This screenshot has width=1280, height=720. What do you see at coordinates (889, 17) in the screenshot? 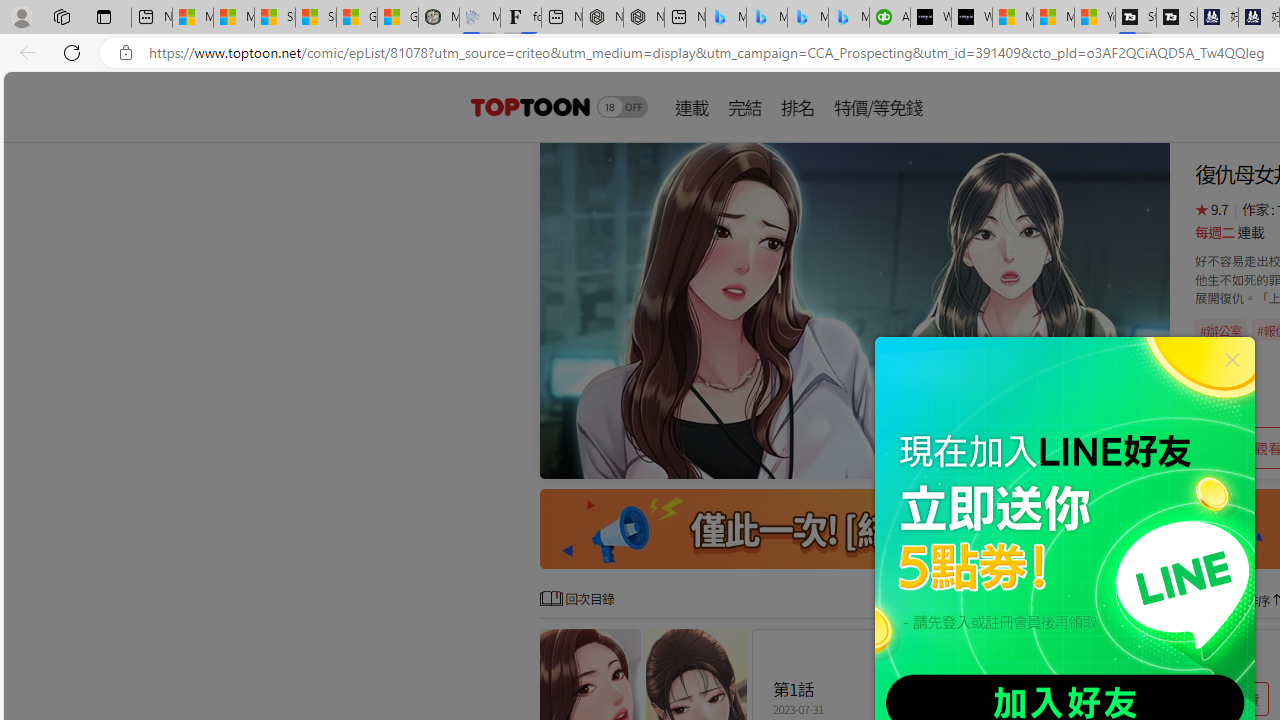
I see `'Accounting Software for Accountants, CPAs and Bookkeepers'` at bounding box center [889, 17].